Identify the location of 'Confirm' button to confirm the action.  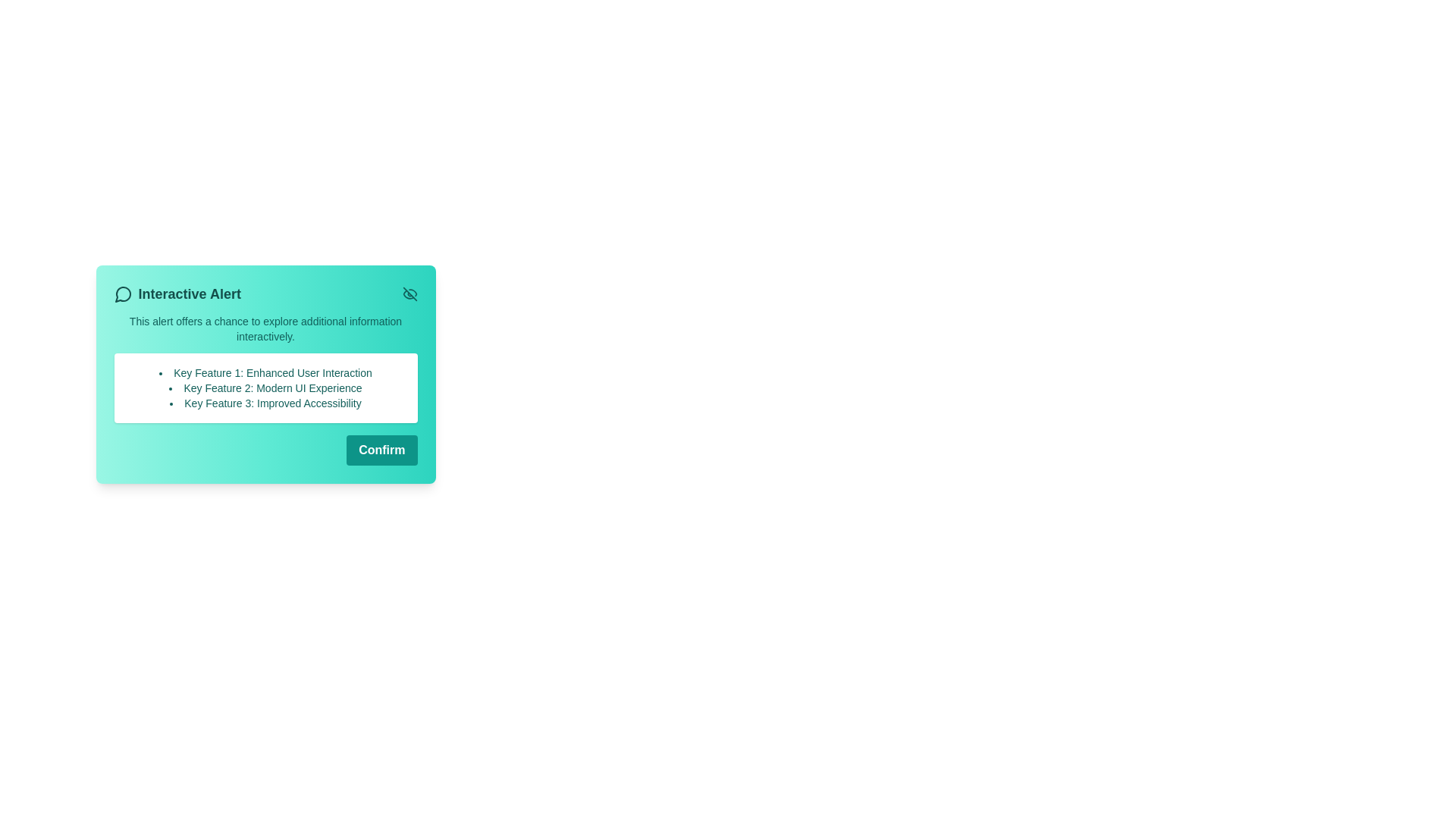
(381, 450).